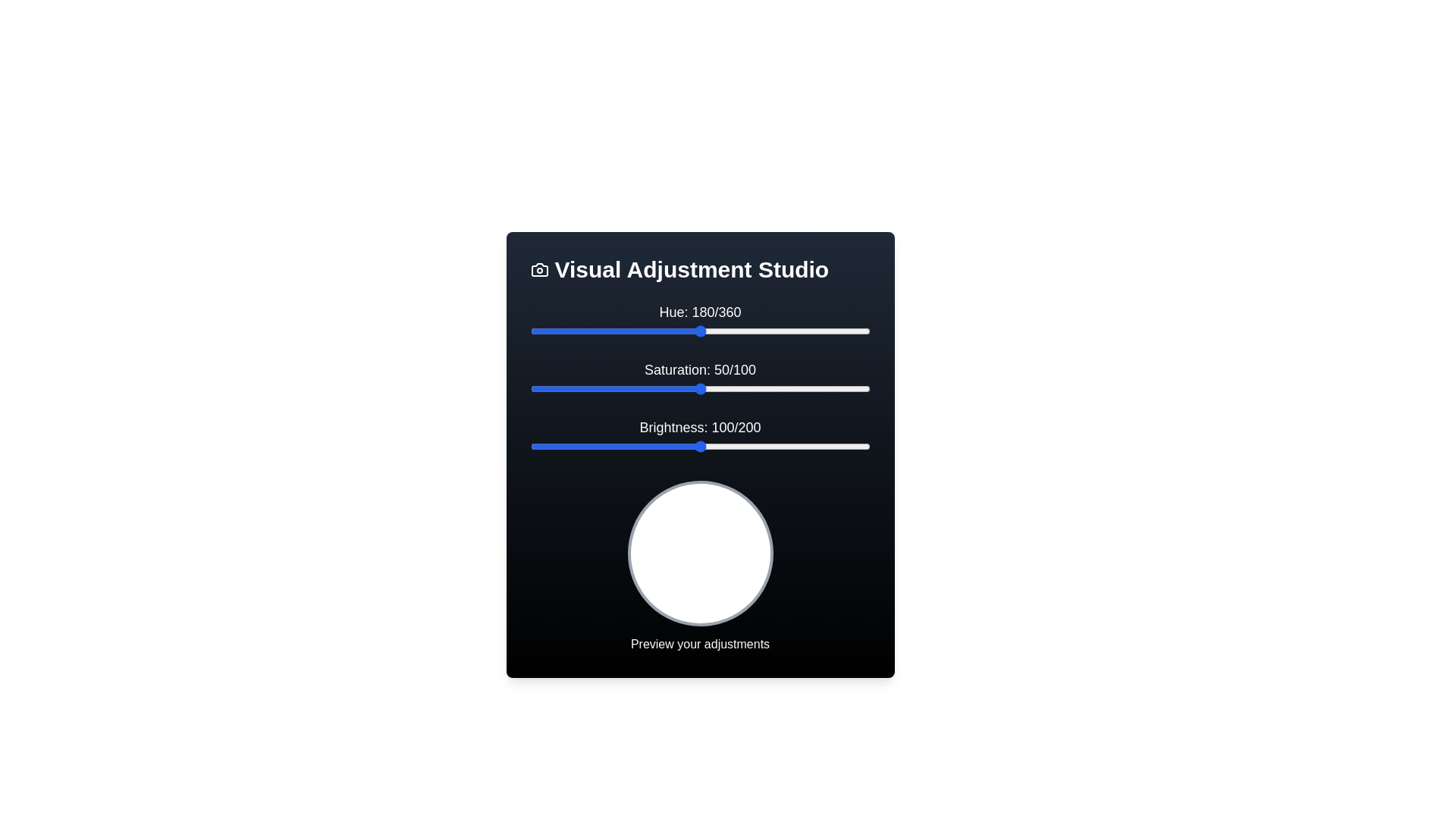  I want to click on the icon in the header of the Visual Adjustment Studio, so click(539, 268).